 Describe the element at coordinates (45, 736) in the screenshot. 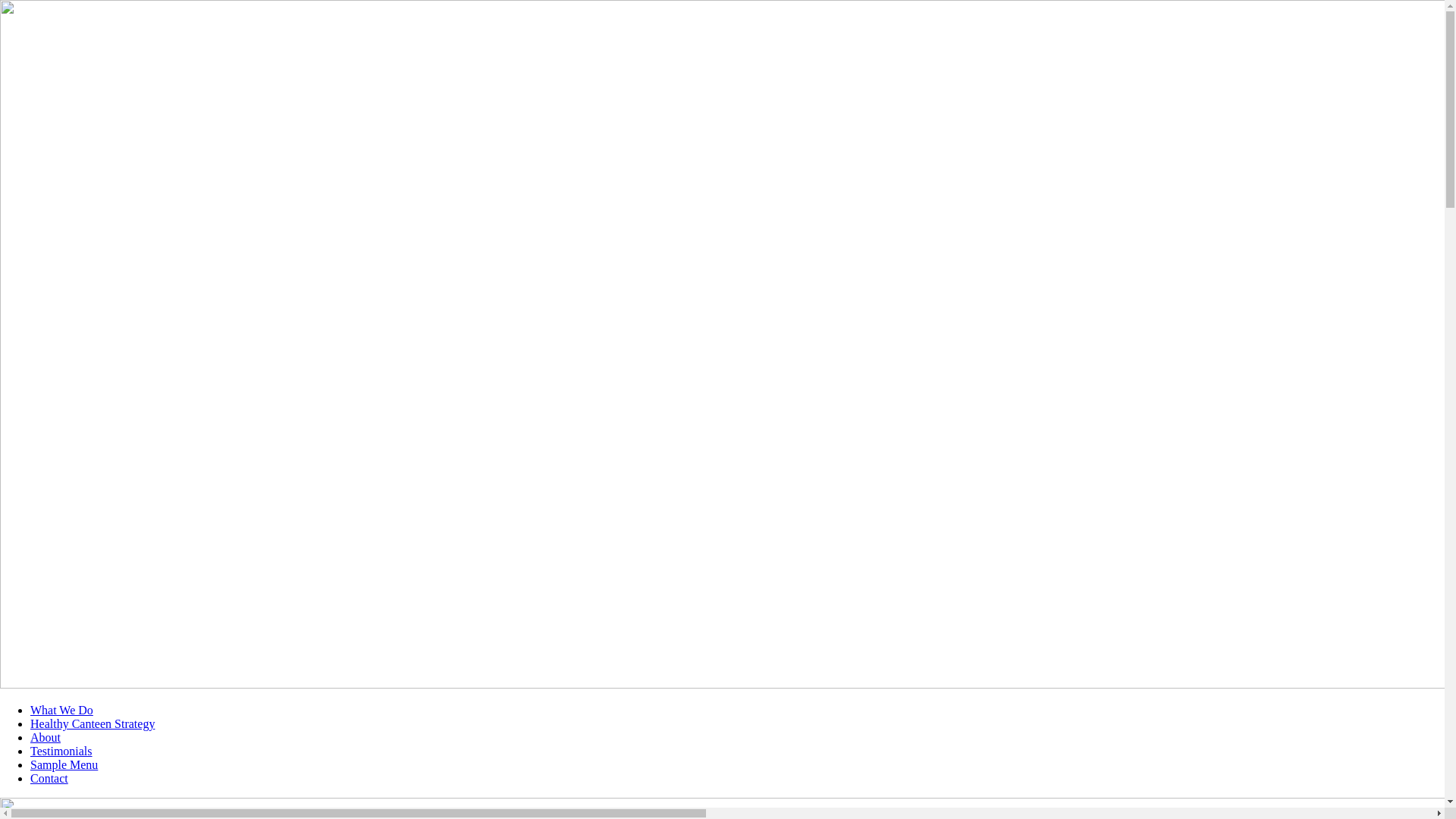

I see `'About'` at that location.